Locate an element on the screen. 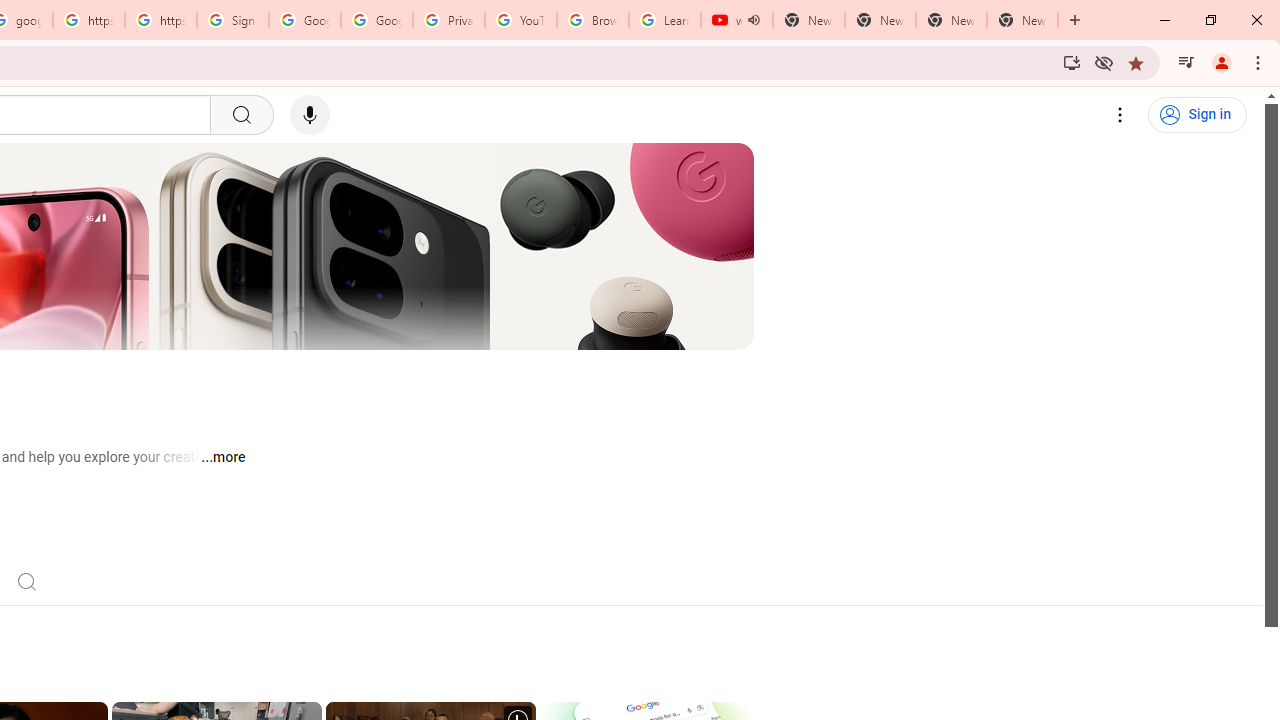 This screenshot has width=1280, height=720. 'YouTube' is located at coordinates (520, 20).